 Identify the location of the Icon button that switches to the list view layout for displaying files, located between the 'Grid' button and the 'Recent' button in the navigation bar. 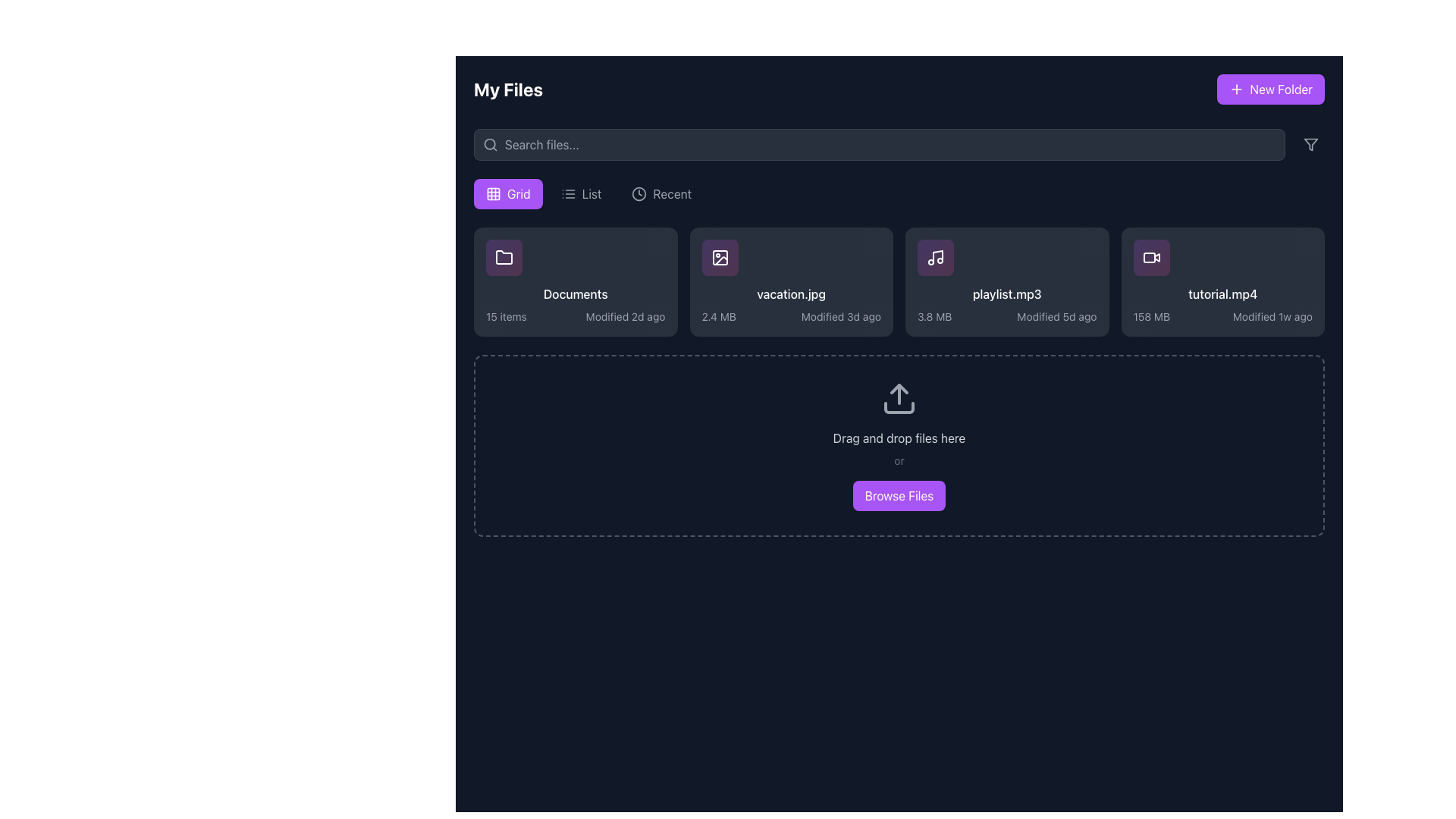
(567, 193).